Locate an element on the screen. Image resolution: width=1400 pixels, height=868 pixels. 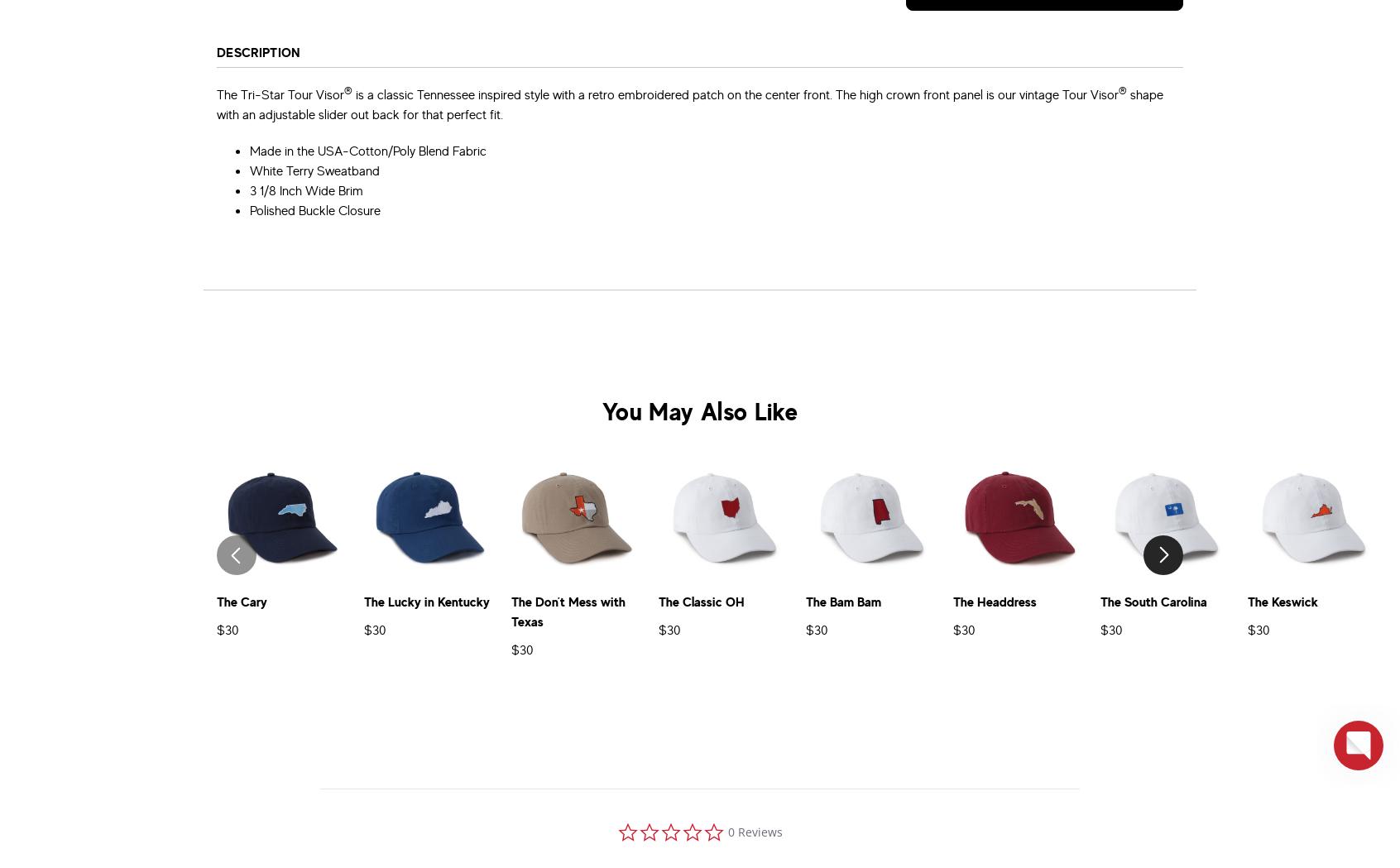
'The Headdress' is located at coordinates (995, 601).